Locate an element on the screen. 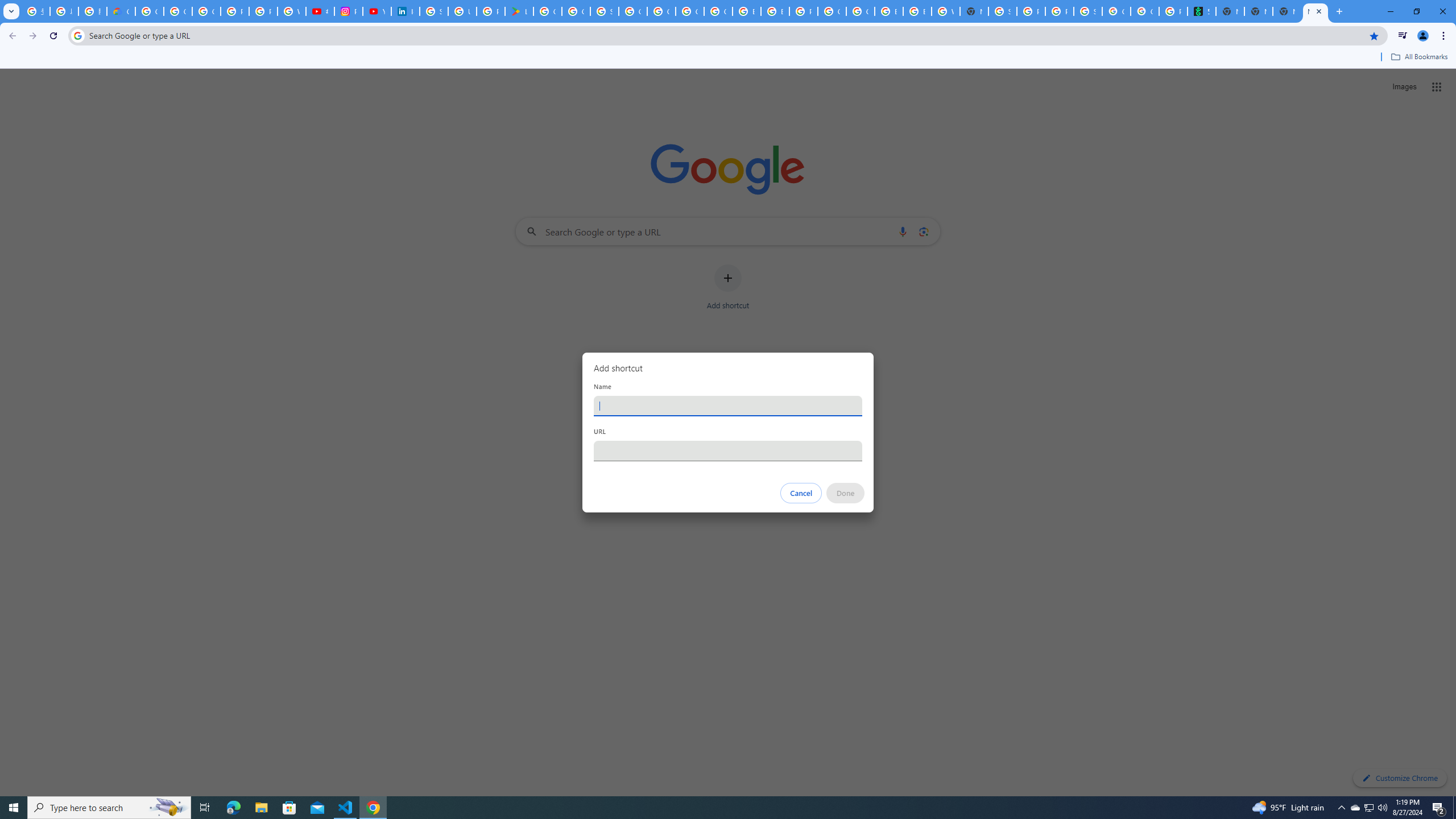 This screenshot has height=819, width=1456. 'New Tab' is located at coordinates (1259, 11).